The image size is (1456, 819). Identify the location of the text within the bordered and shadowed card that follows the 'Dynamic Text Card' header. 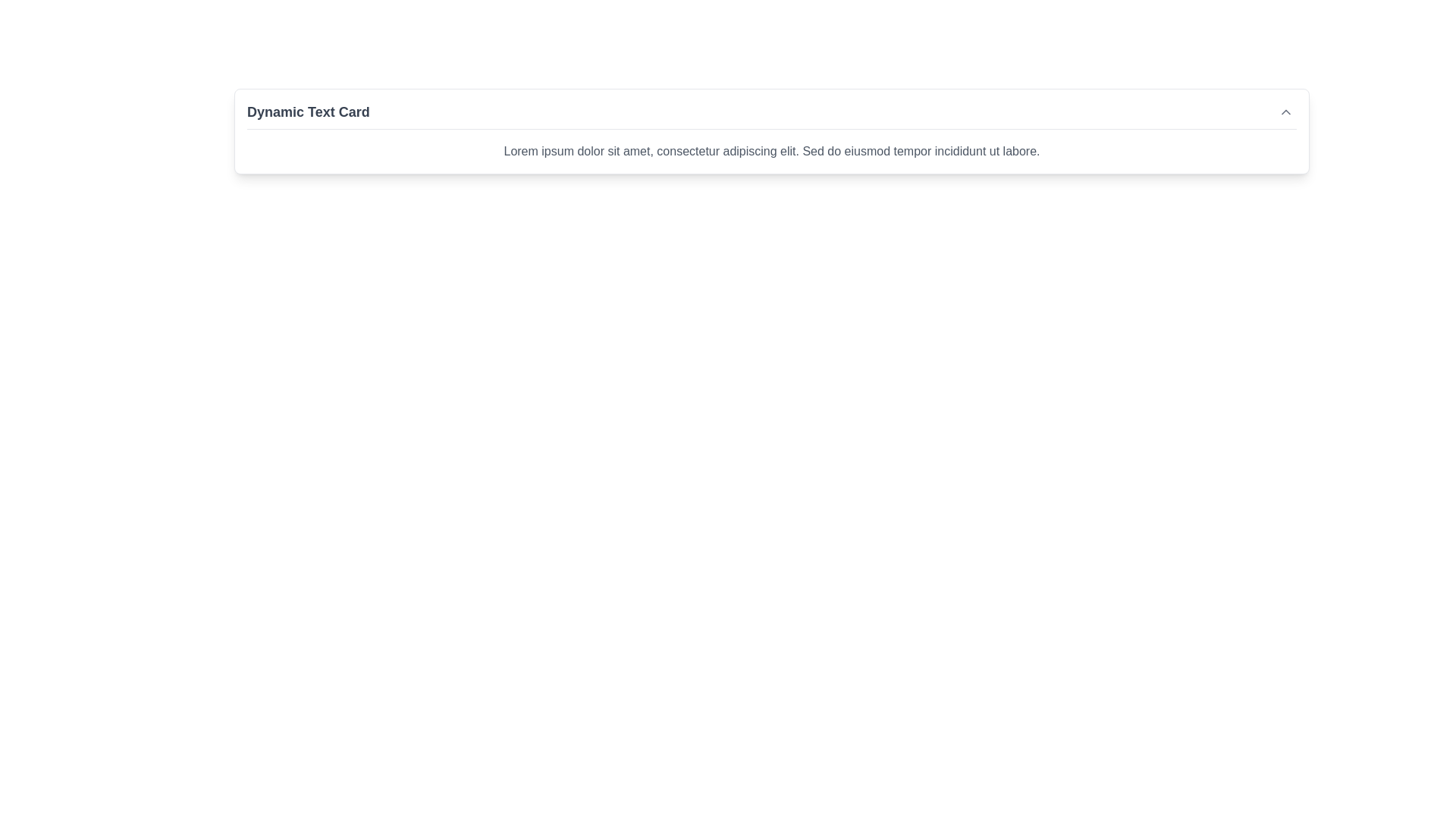
(771, 152).